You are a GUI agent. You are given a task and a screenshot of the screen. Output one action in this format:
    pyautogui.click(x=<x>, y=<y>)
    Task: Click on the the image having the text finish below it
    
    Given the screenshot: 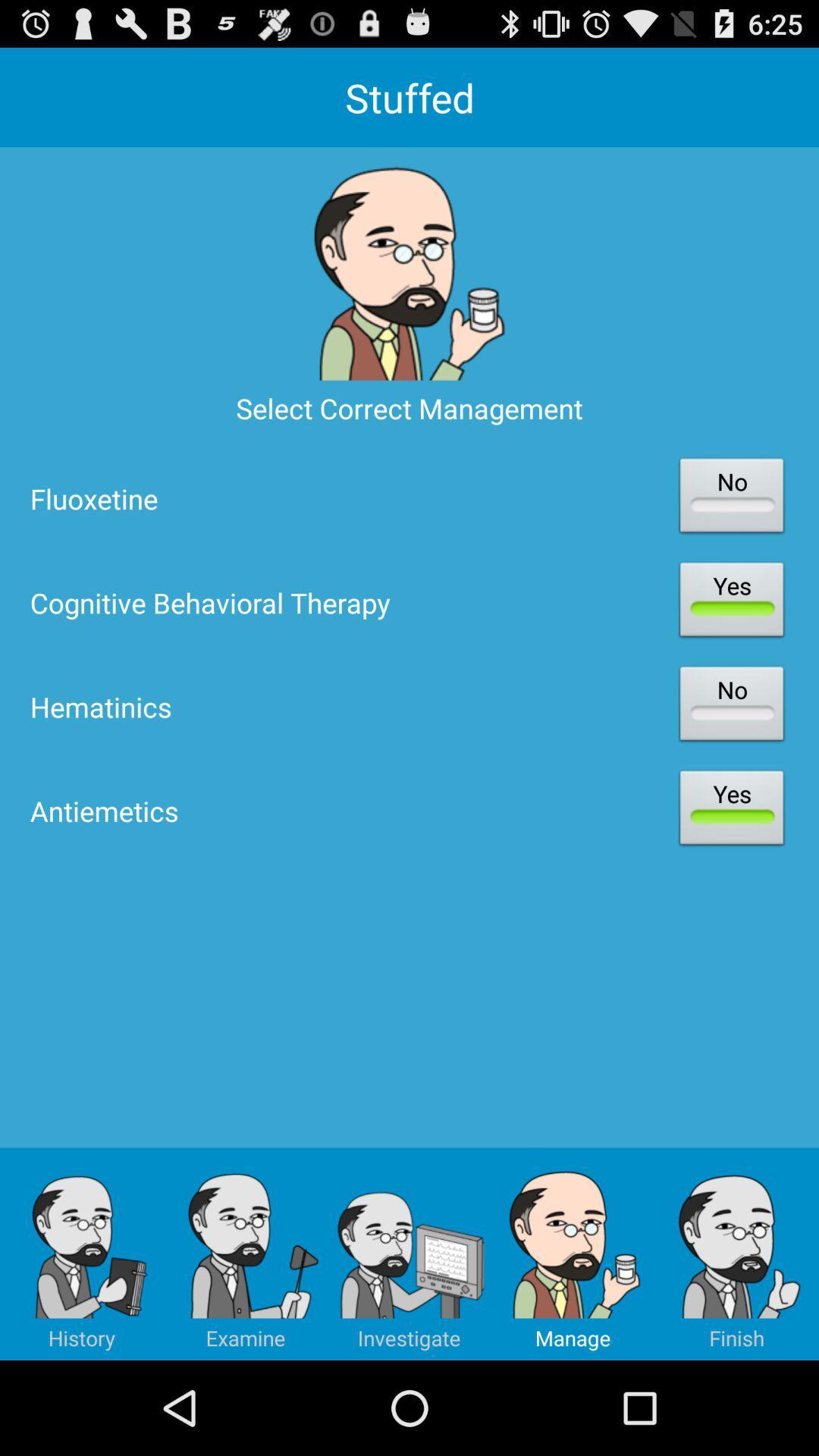 What is the action you would take?
    pyautogui.click(x=736, y=1254)
    